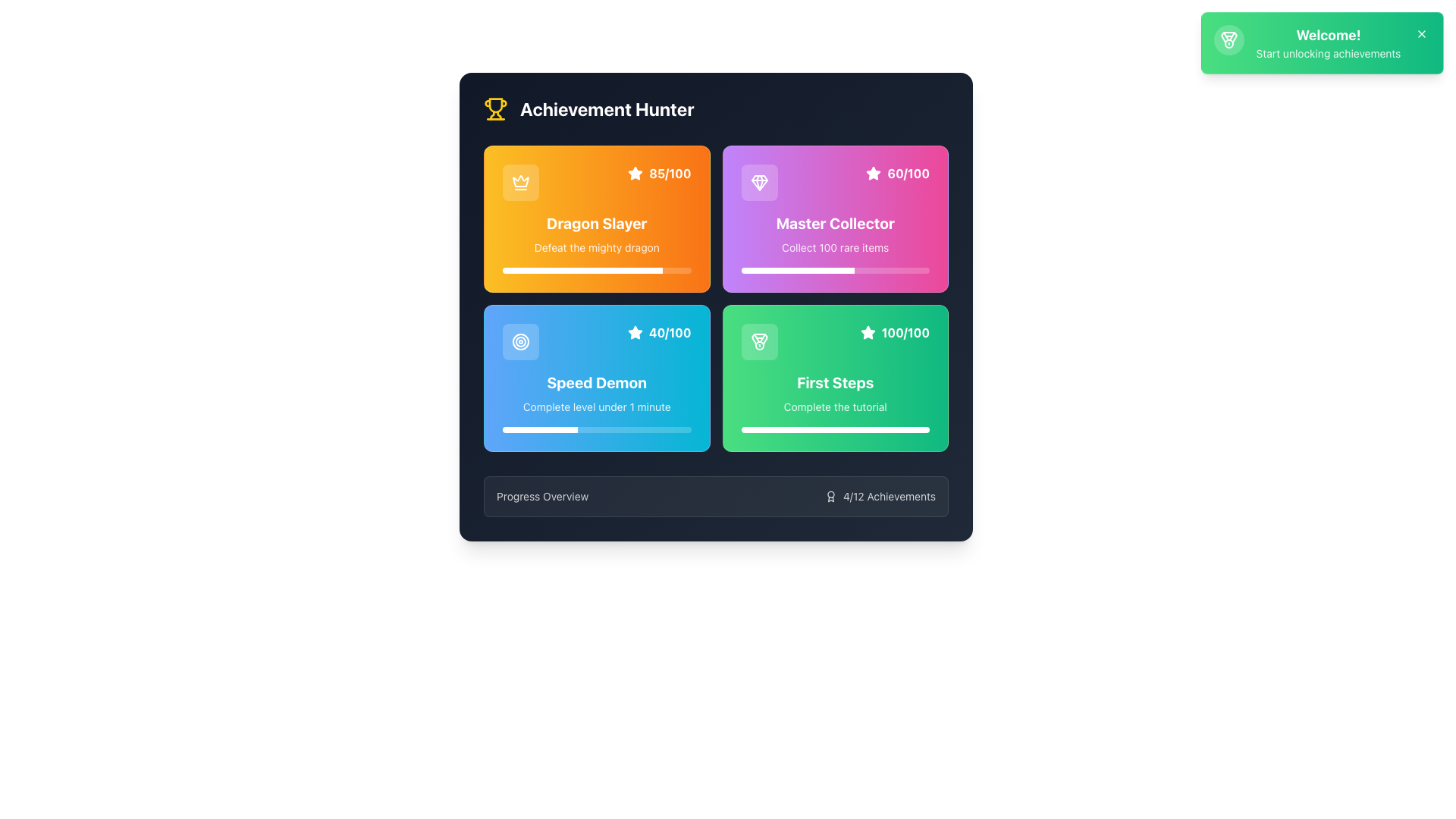 This screenshot has height=819, width=1456. What do you see at coordinates (1328, 52) in the screenshot?
I see `text label that says 'Start unlocking achievements' within the green notification card, located below the 'Welcome!' heading` at bounding box center [1328, 52].